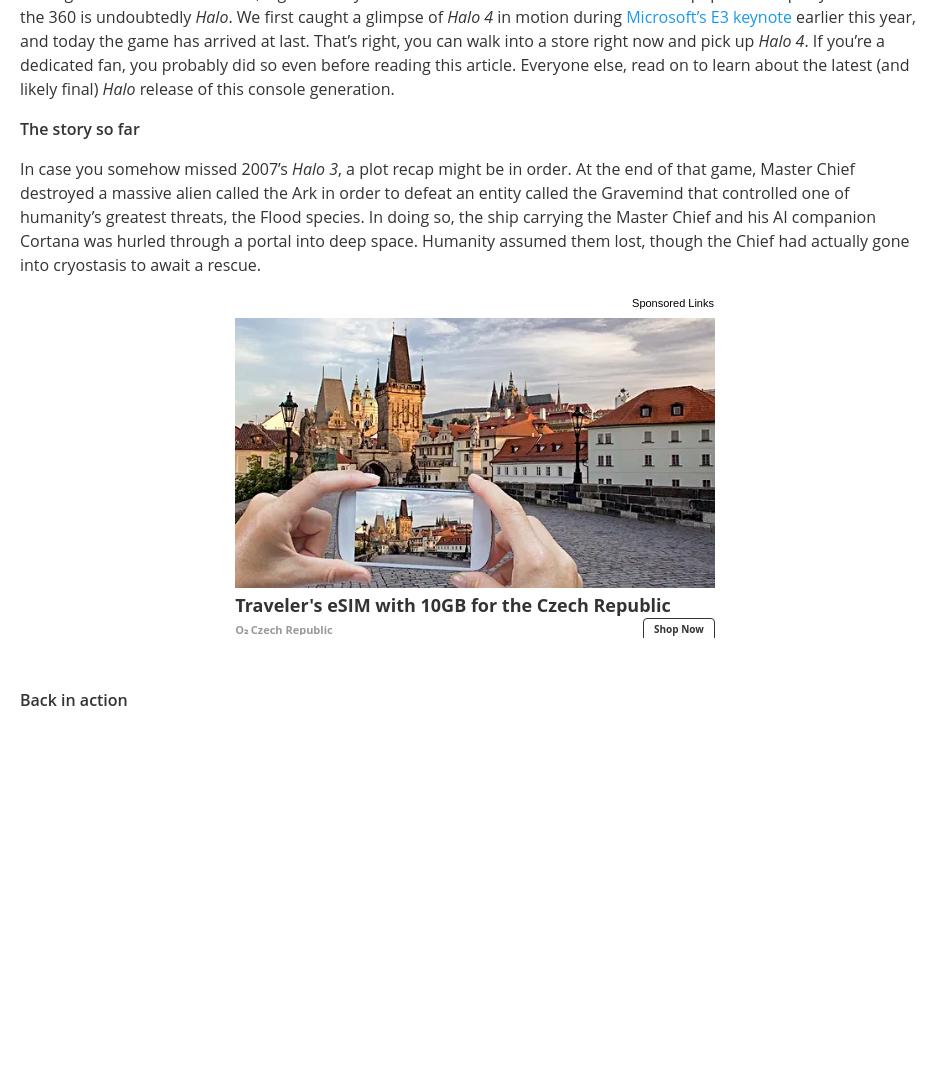  Describe the element at coordinates (463, 63) in the screenshot. I see `'. If you’re a dedicated fan, you probably did so even before reading this article. Everyone else, read on to learn about the latest (and likely final)'` at that location.